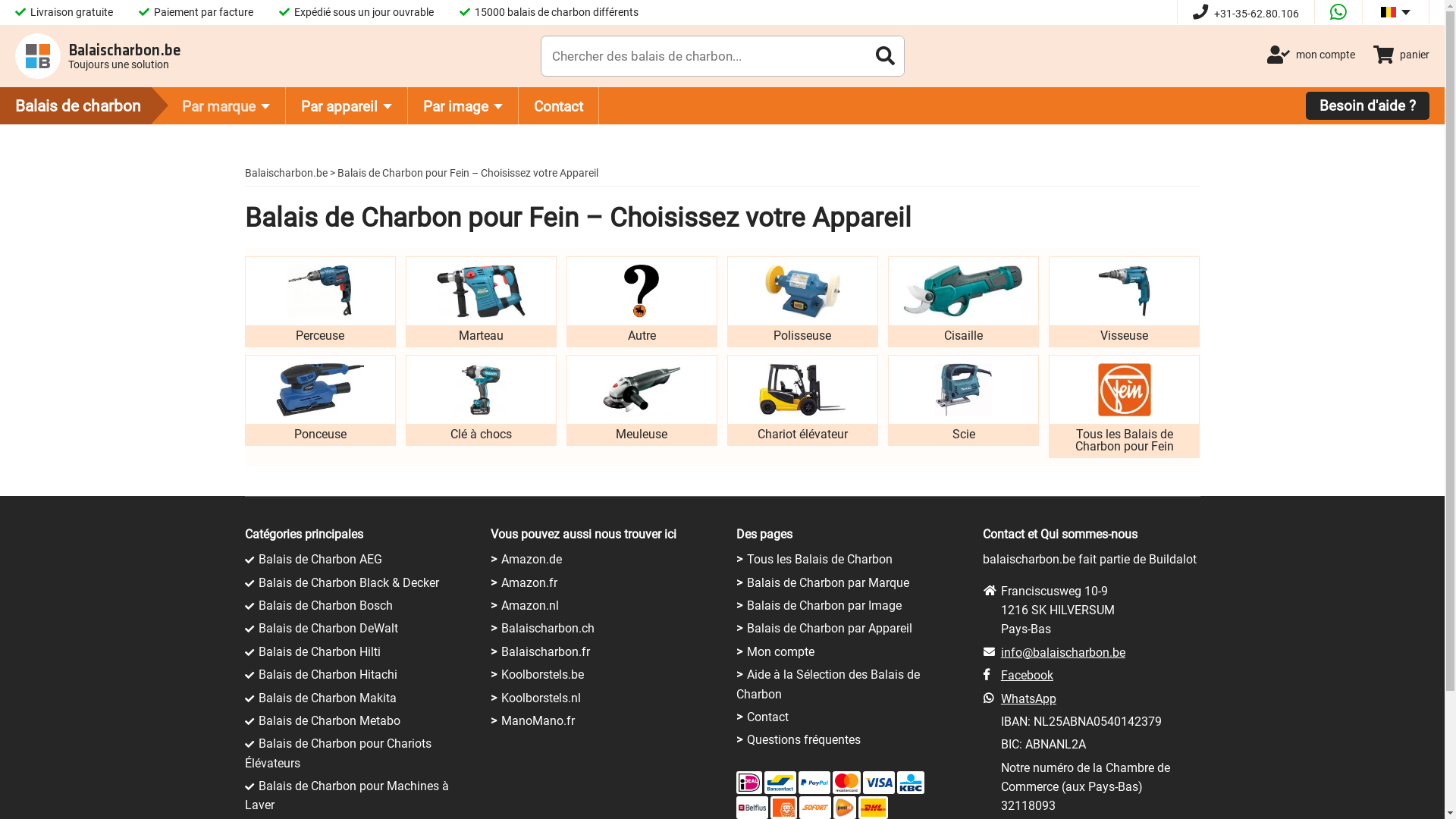  I want to click on 'cissaile', so click(962, 291).